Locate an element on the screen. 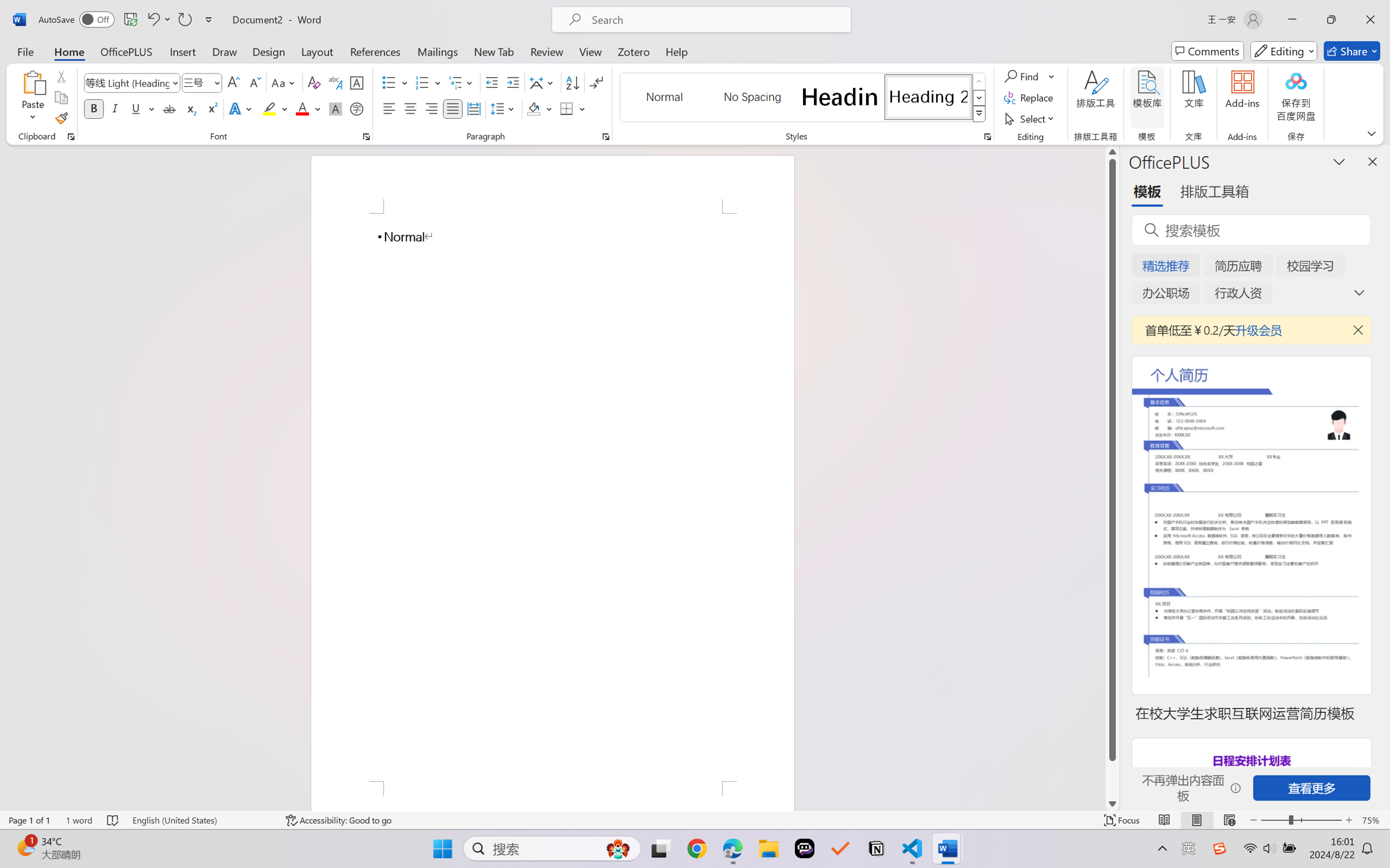 The image size is (1390, 868). 'Close' is located at coordinates (1370, 19).